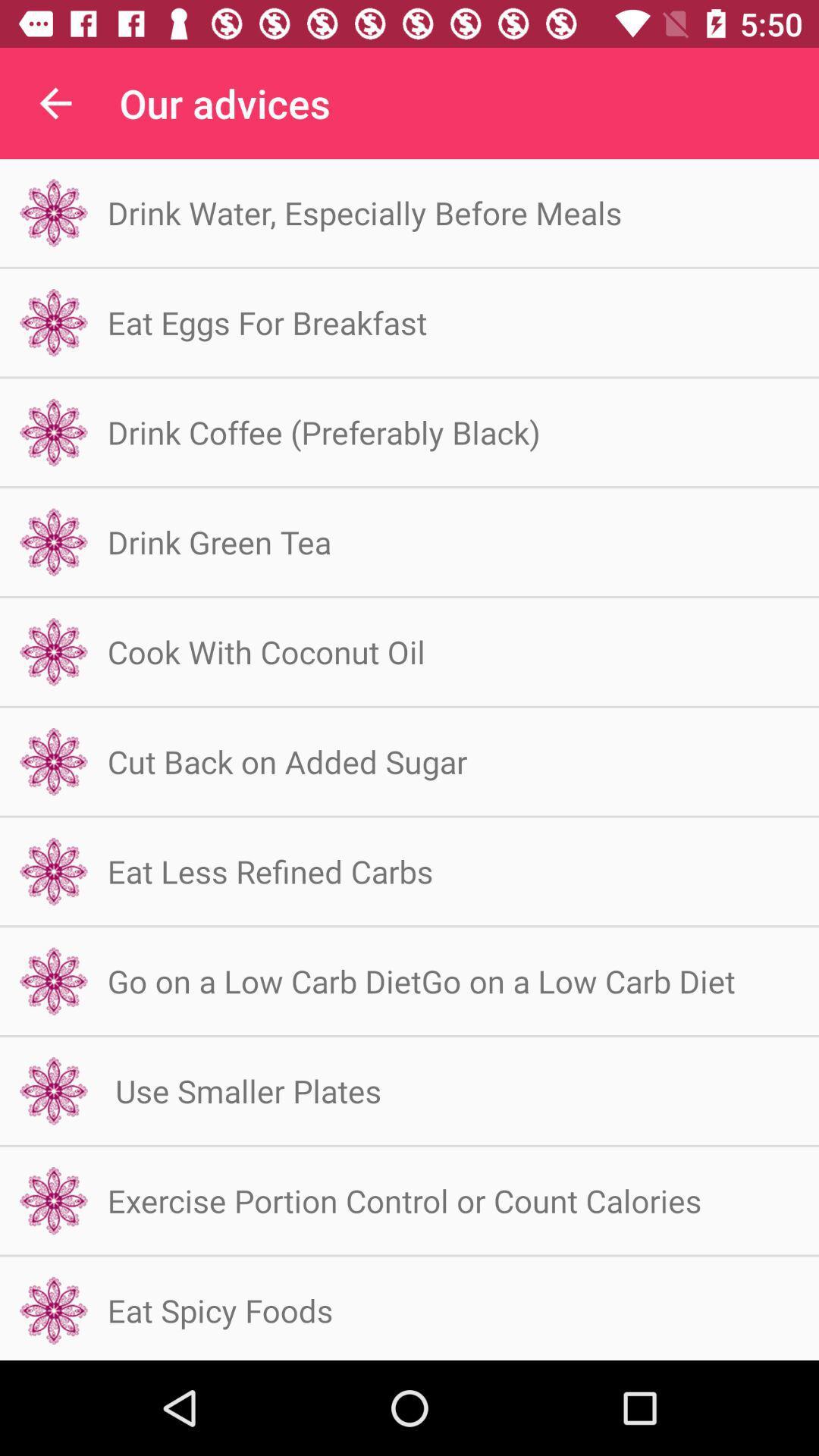  Describe the element at coordinates (55, 102) in the screenshot. I see `the item to the left of the our advices app` at that location.